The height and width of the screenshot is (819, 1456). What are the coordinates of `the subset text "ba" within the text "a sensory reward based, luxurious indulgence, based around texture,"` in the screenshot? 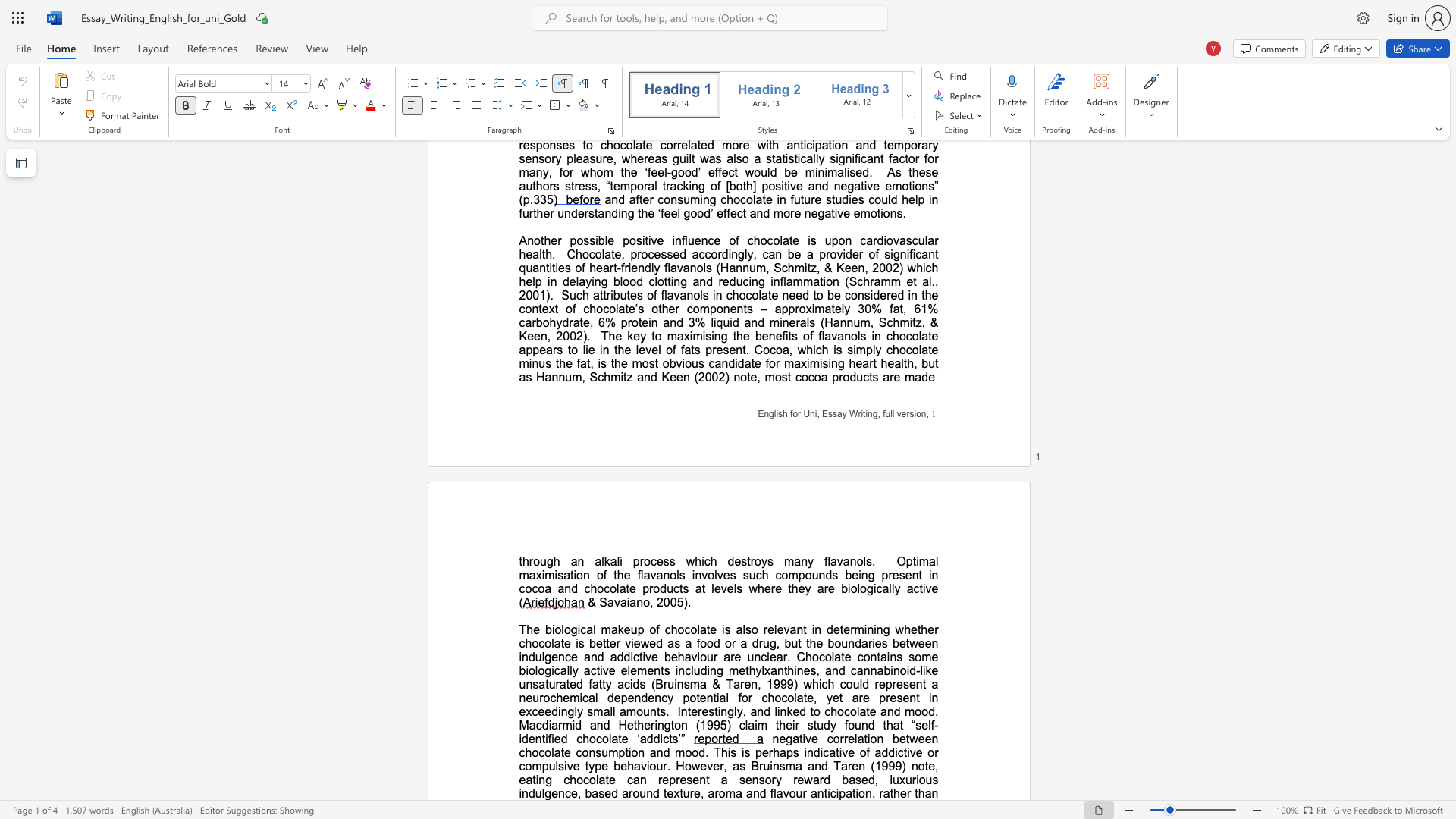 It's located at (584, 792).